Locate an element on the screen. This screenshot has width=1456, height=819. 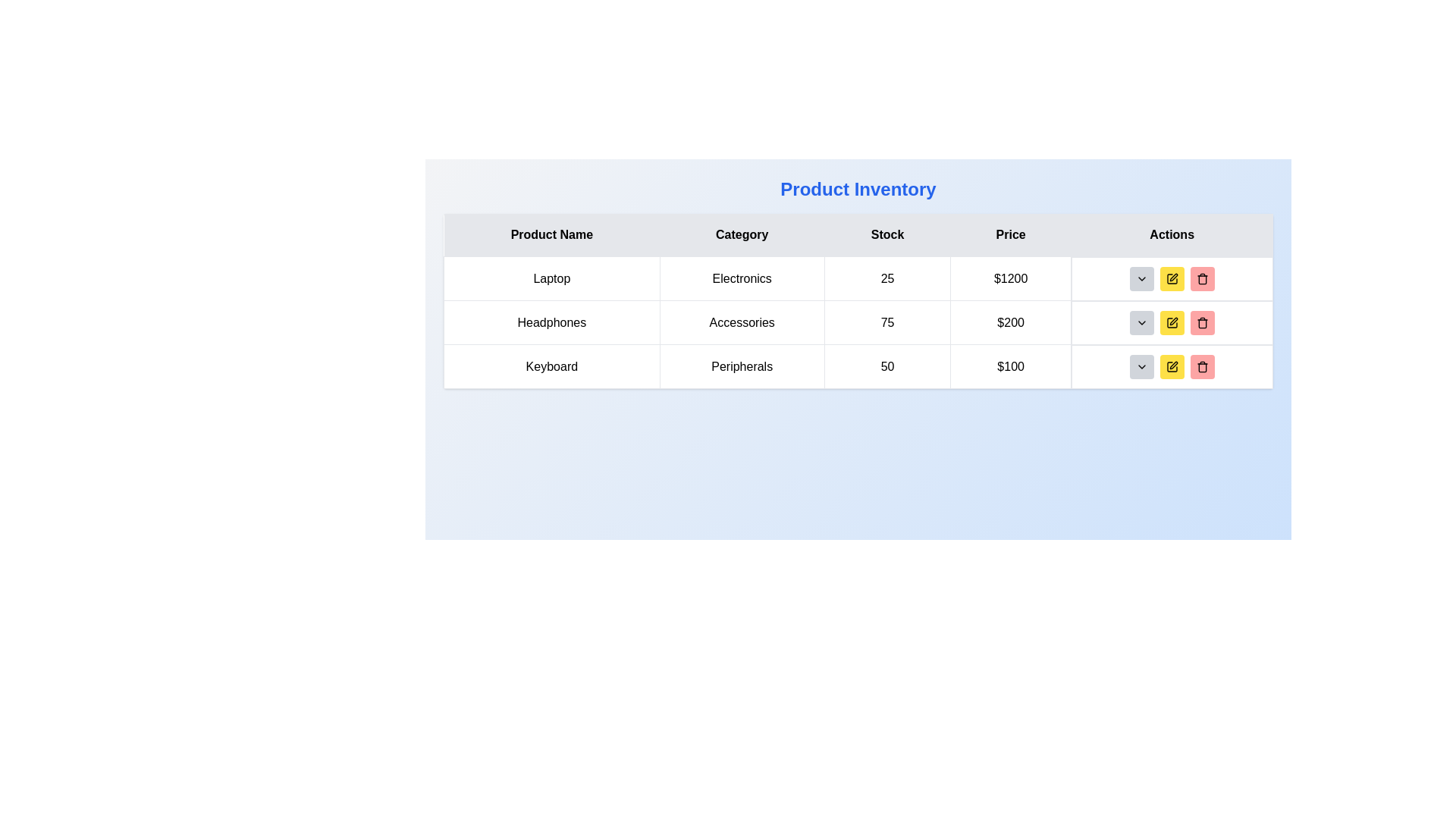
the static text display for the product 'Keyboard' located in the first cell of the third row under the 'Product Name' column is located at coordinates (551, 366).